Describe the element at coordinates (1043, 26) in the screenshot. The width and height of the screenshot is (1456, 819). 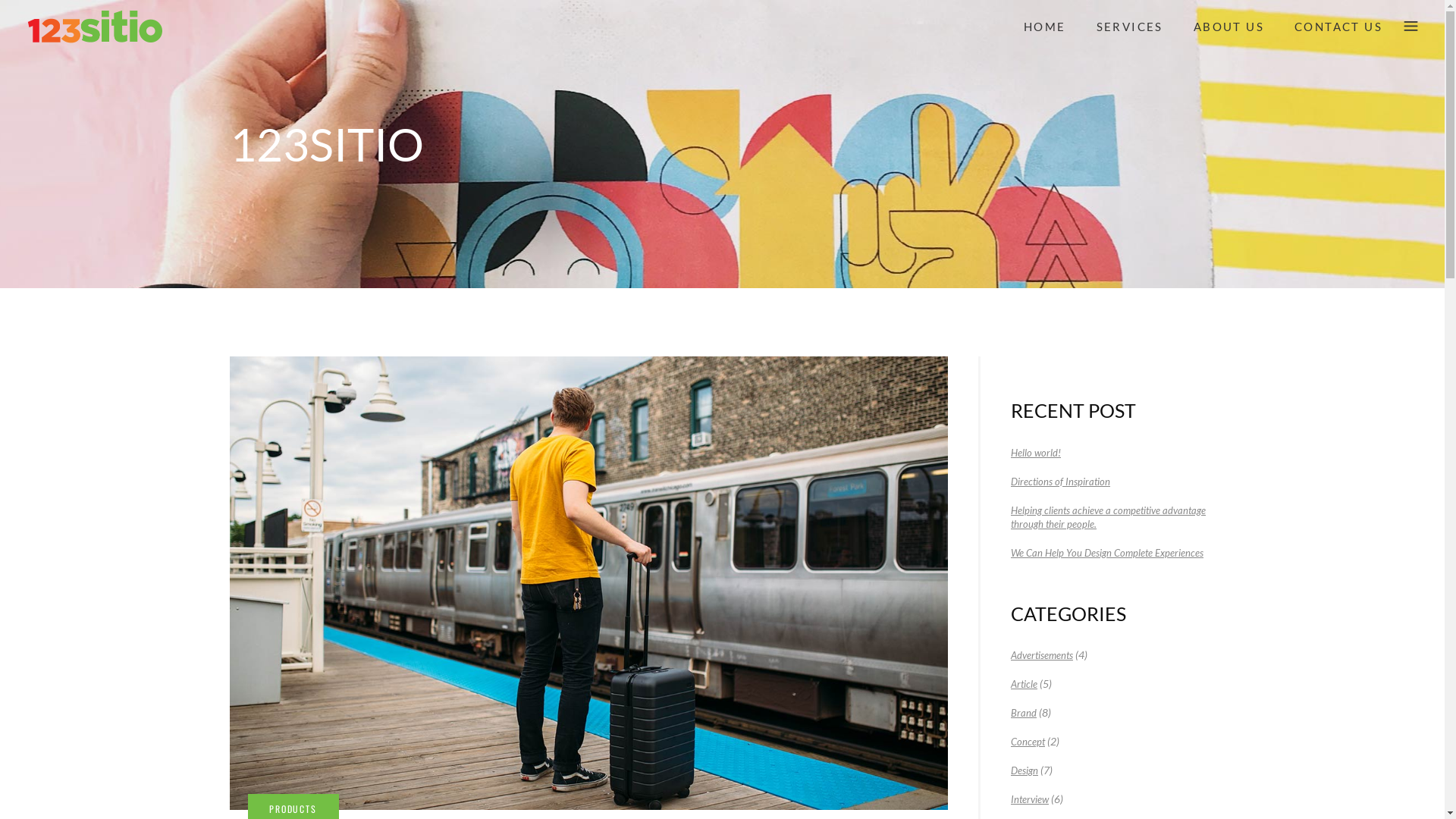
I see `'HOME'` at that location.